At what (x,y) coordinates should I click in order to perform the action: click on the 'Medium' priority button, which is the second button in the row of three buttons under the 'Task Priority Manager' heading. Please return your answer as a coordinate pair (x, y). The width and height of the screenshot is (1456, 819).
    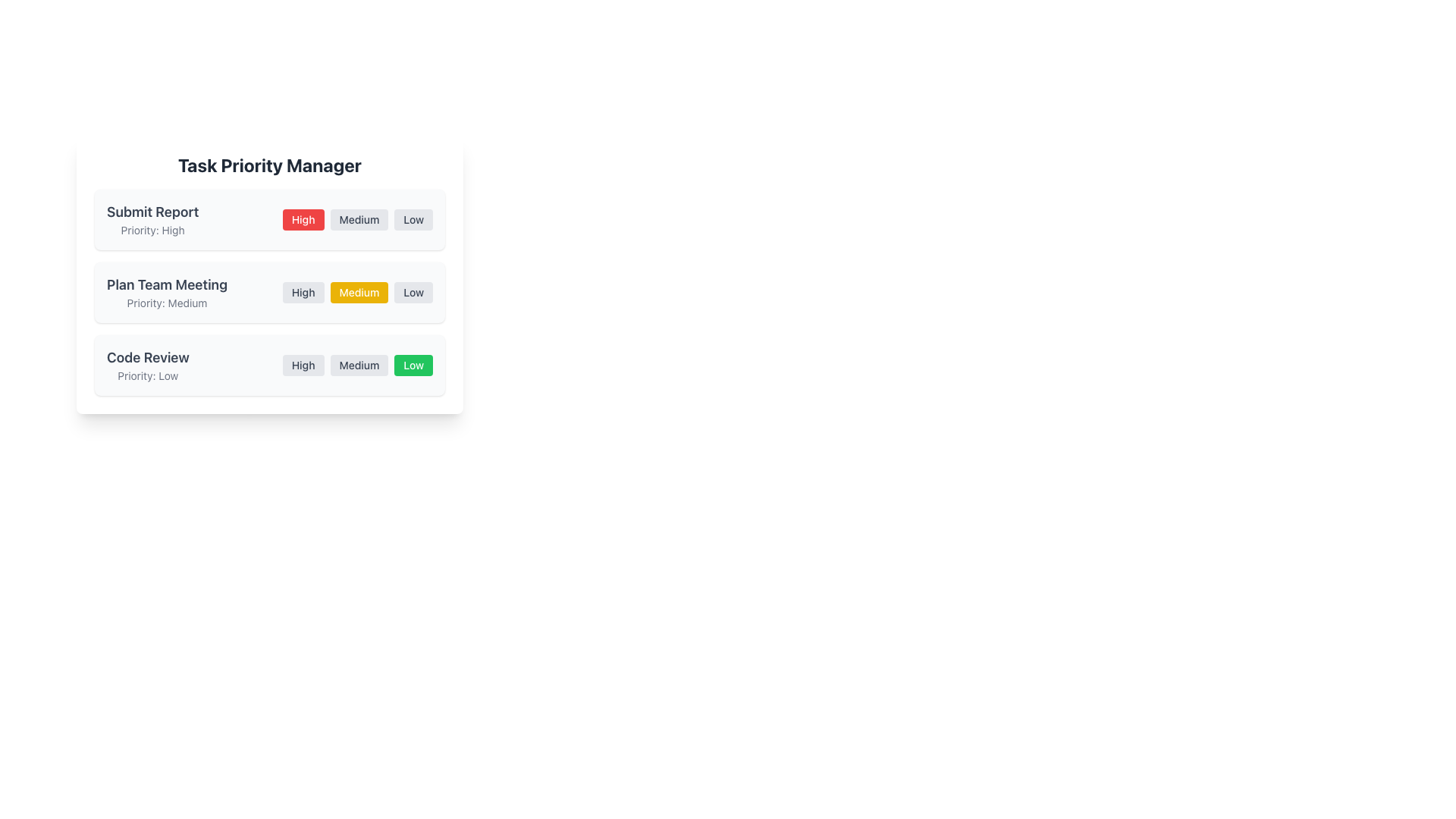
    Looking at the image, I should click on (359, 219).